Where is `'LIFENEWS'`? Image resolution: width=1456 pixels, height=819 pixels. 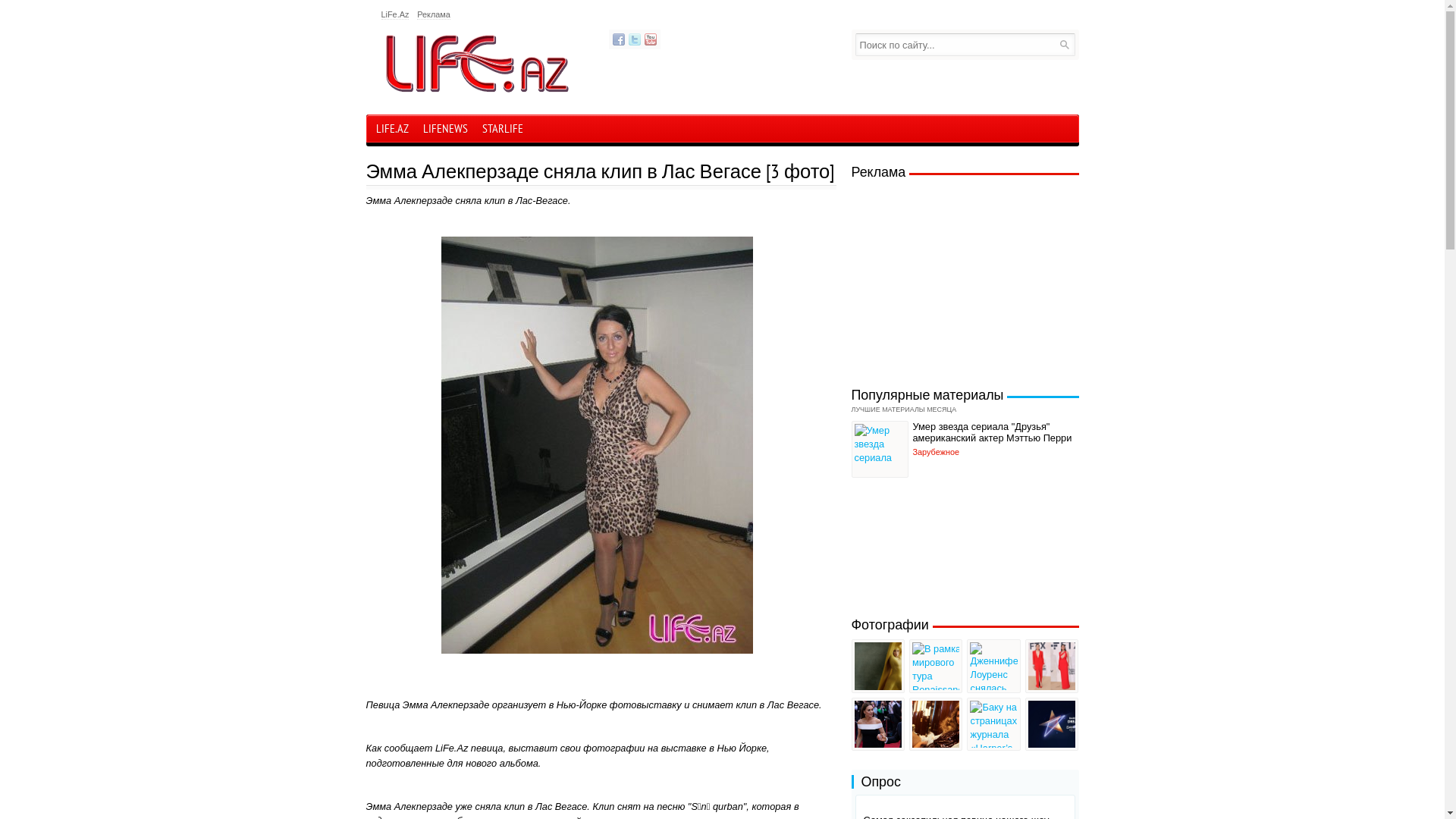 'LIFENEWS' is located at coordinates (444, 130).